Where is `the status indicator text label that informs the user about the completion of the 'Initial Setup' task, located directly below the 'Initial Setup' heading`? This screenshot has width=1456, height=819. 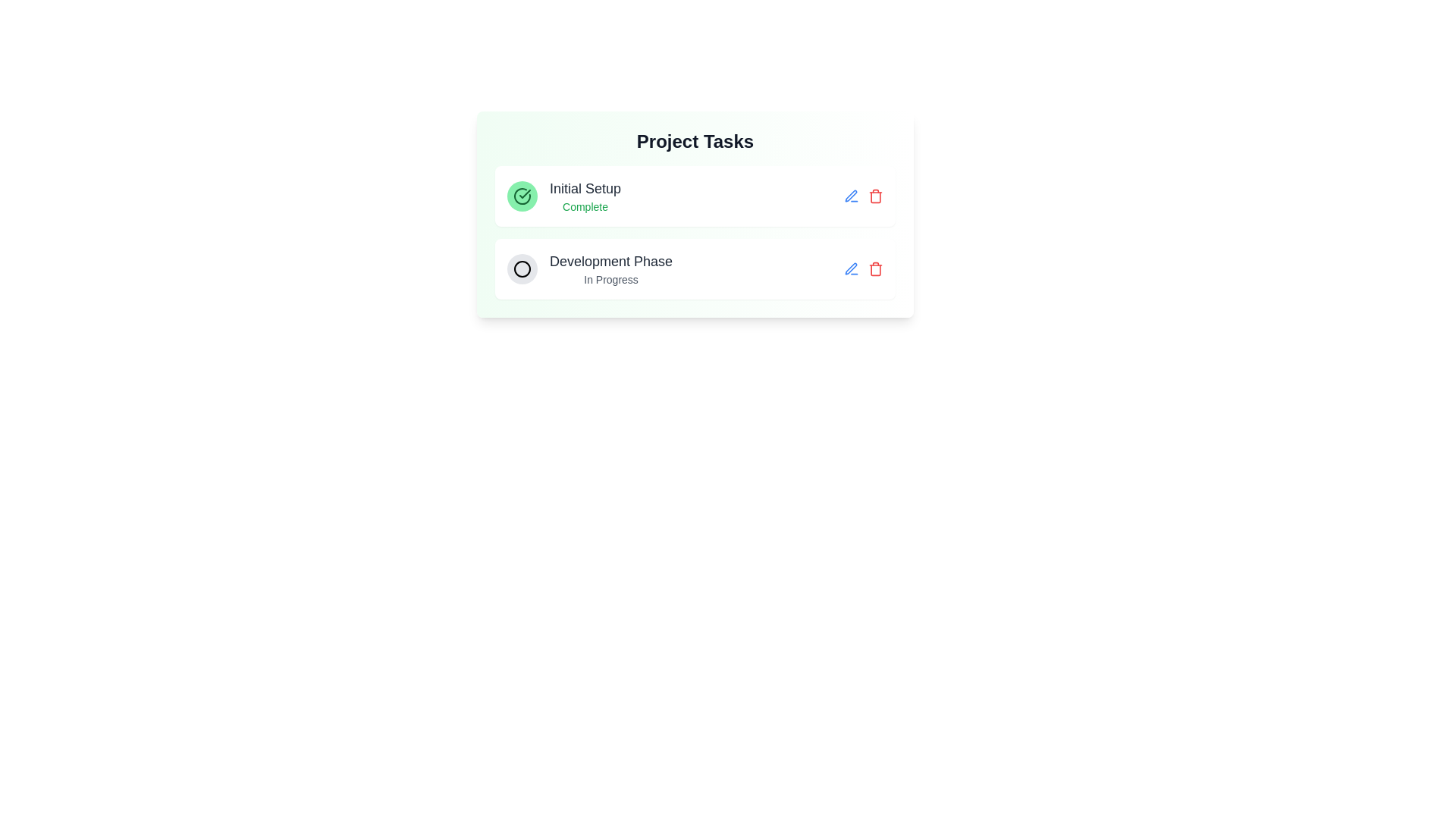 the status indicator text label that informs the user about the completion of the 'Initial Setup' task, located directly below the 'Initial Setup' heading is located at coordinates (585, 207).